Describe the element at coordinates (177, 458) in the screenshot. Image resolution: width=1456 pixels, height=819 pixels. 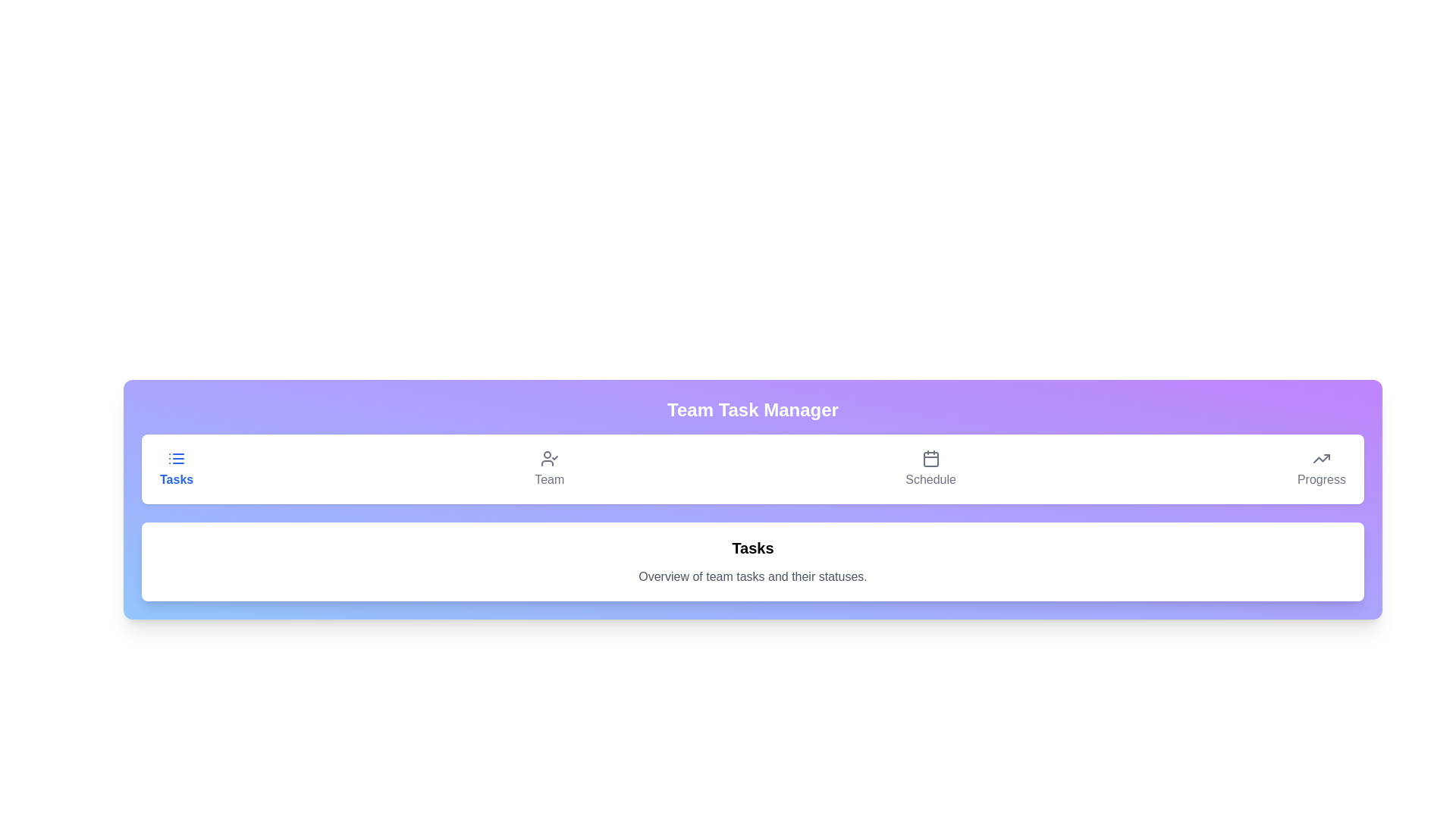
I see `the SVG icon displaying a list design that serves as a visual marker for the 'Tasks' section in the navigation bar located at the top of the page` at that location.